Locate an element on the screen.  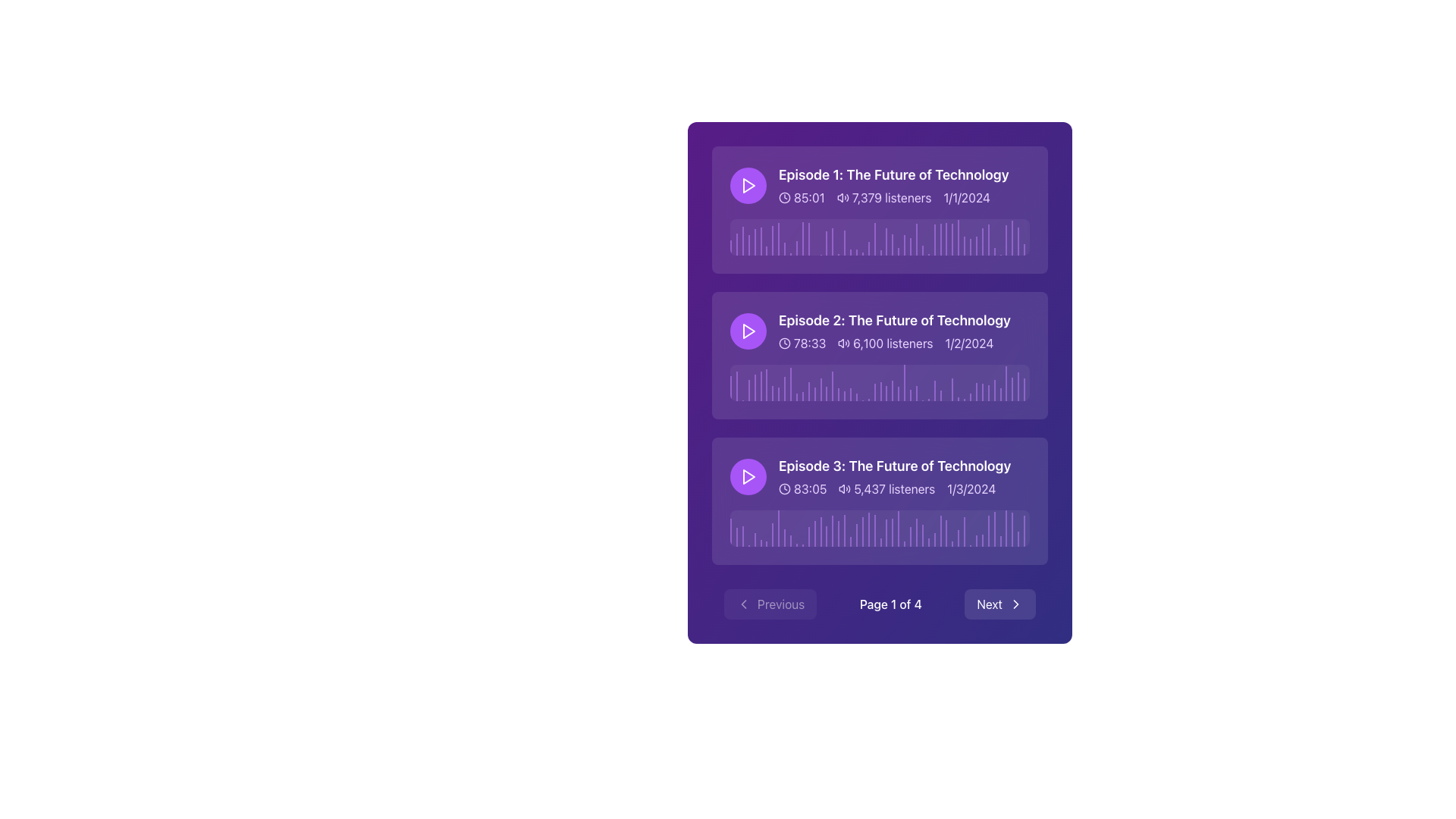
the purple semi-transparent vertical Indicator bar located in the waveform grid, specifically positioned under 'Episode 1: The Future of Technology' and being the 36th bar out of 50 is located at coordinates (946, 239).